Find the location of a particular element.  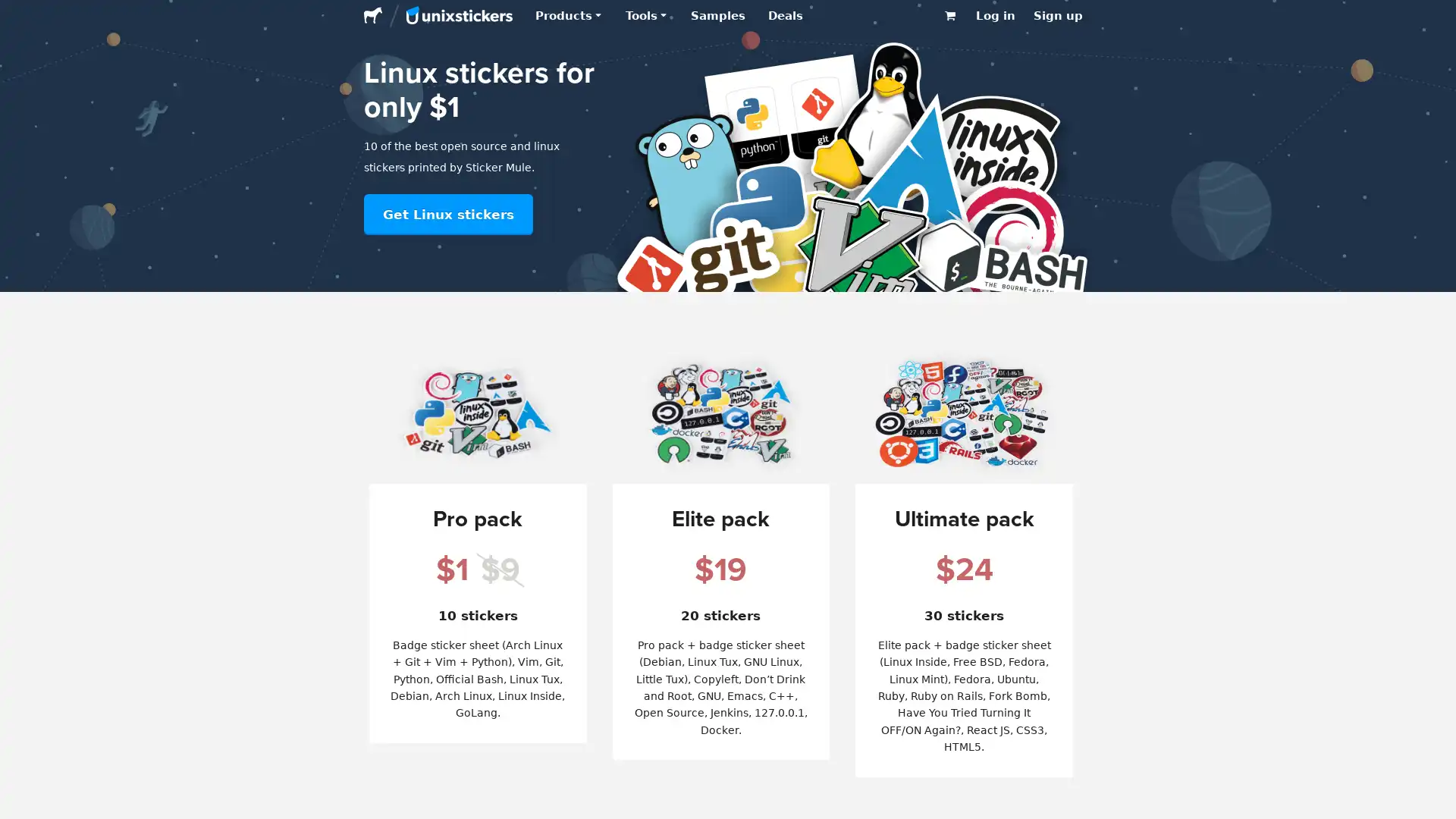

Show submenu for Tools is located at coordinates (663, 15).